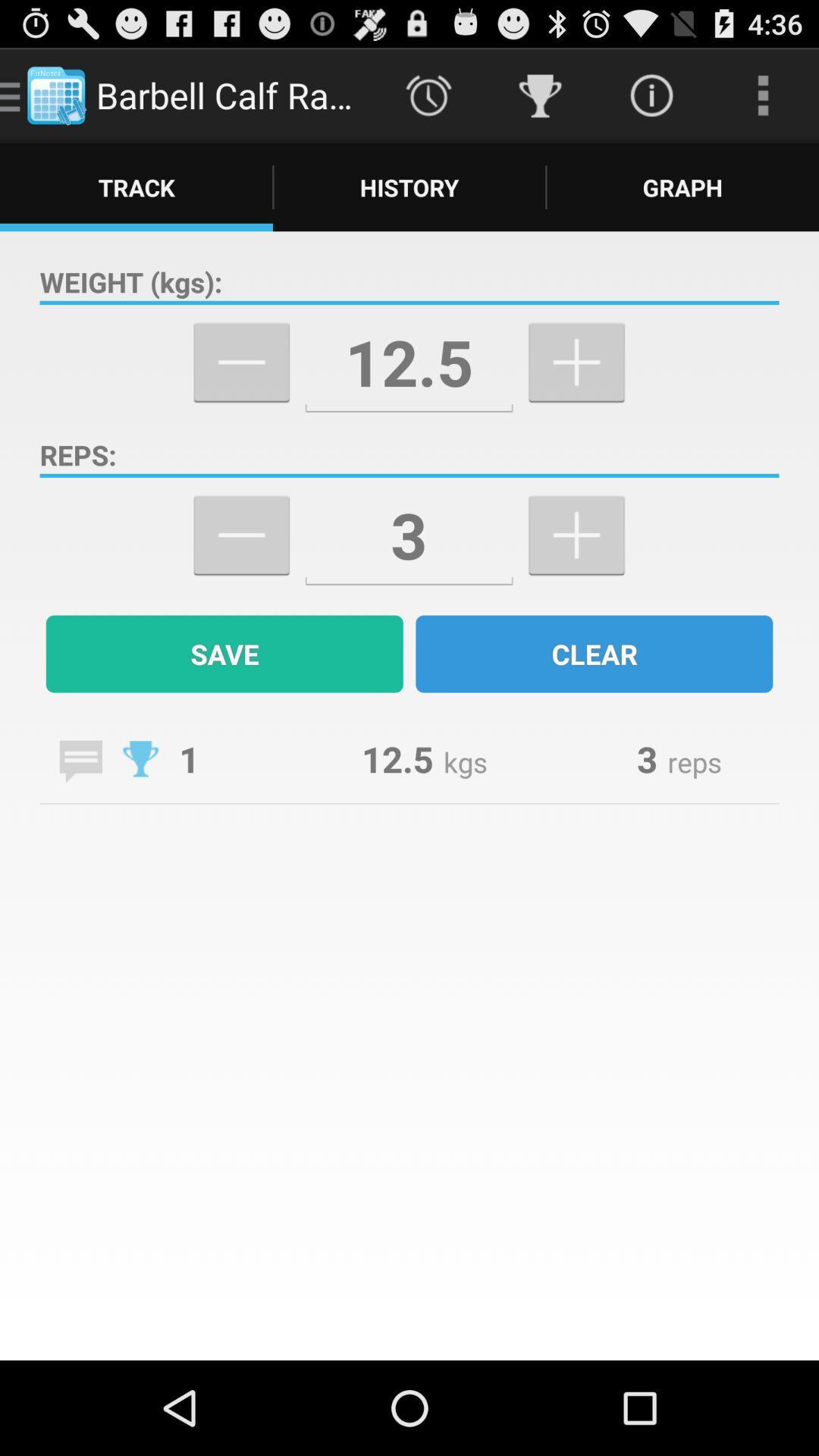 This screenshot has height=1456, width=819. Describe the element at coordinates (240, 388) in the screenshot. I see `the minus icon` at that location.